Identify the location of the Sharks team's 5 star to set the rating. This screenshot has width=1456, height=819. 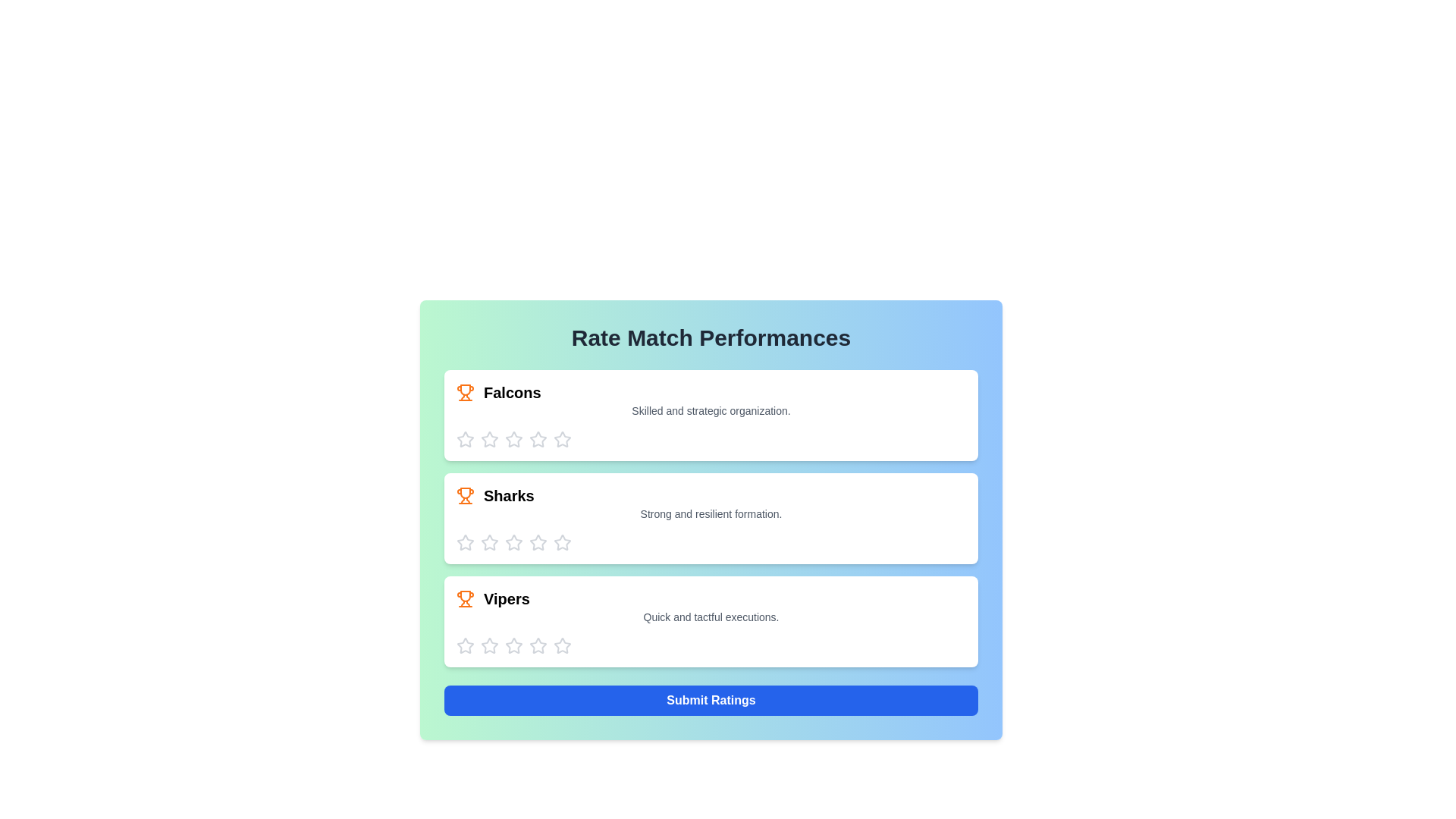
(562, 542).